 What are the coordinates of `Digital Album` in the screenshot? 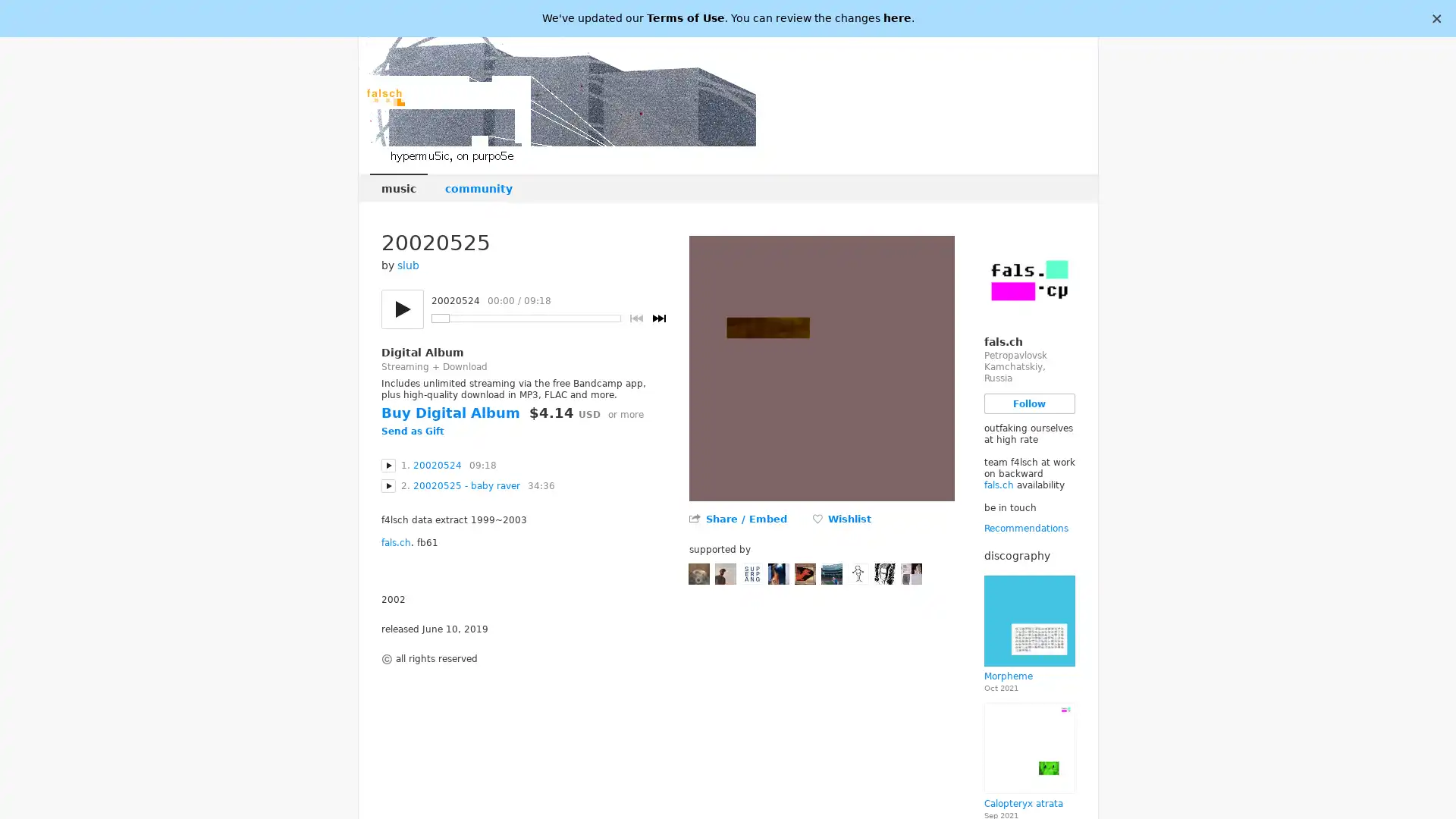 It's located at (422, 353).